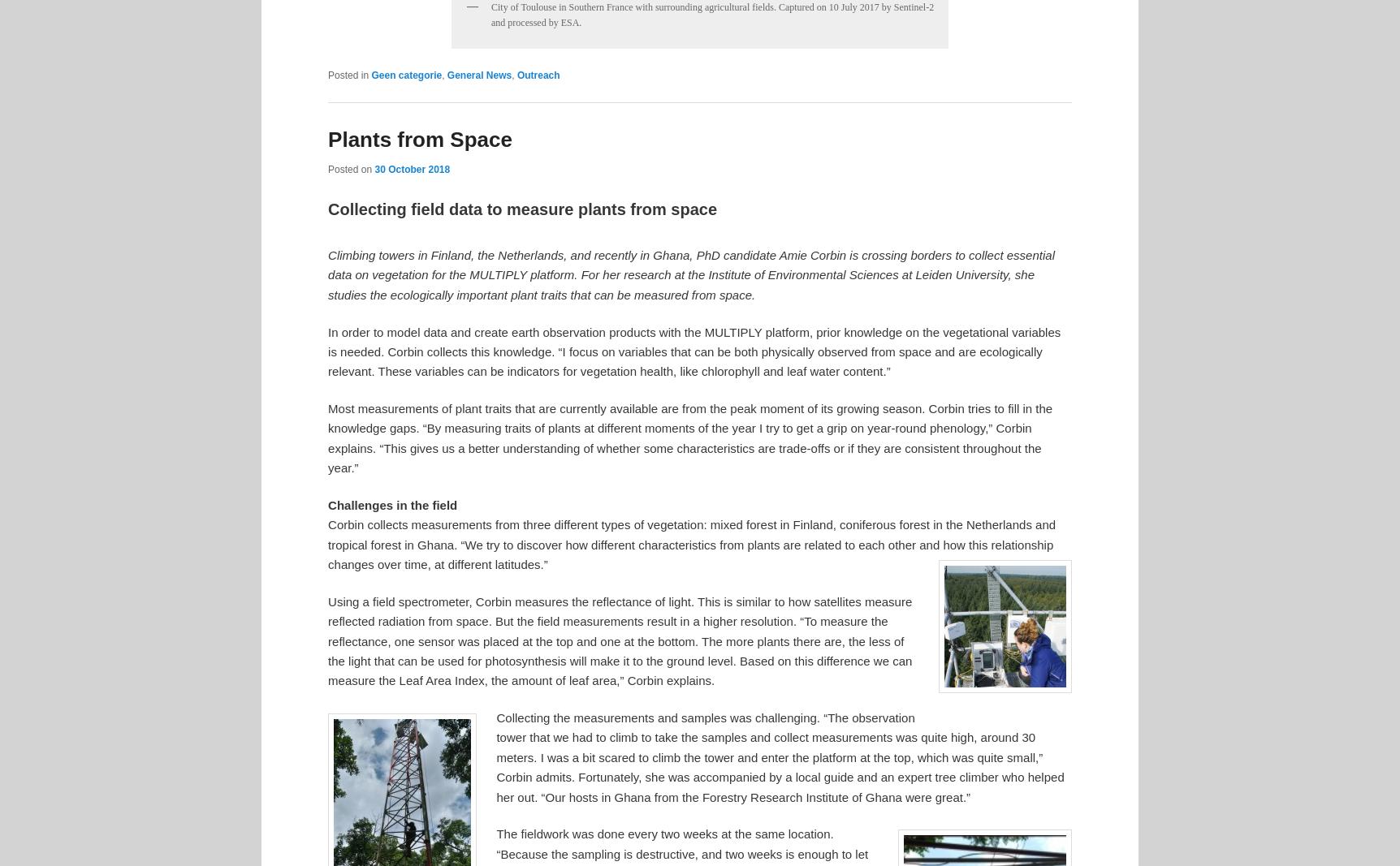 This screenshot has height=866, width=1400. What do you see at coordinates (326, 545) in the screenshot?
I see `'Corbin collects measurements from three different types of vegetation: mixed forest in Finland, coniferous forest in the Netherlands and tropical forest in Ghana. “We try to discover how different characteristics from plants are related to each other and how this relationship changes over time, at different latitudes.”'` at bounding box center [326, 545].